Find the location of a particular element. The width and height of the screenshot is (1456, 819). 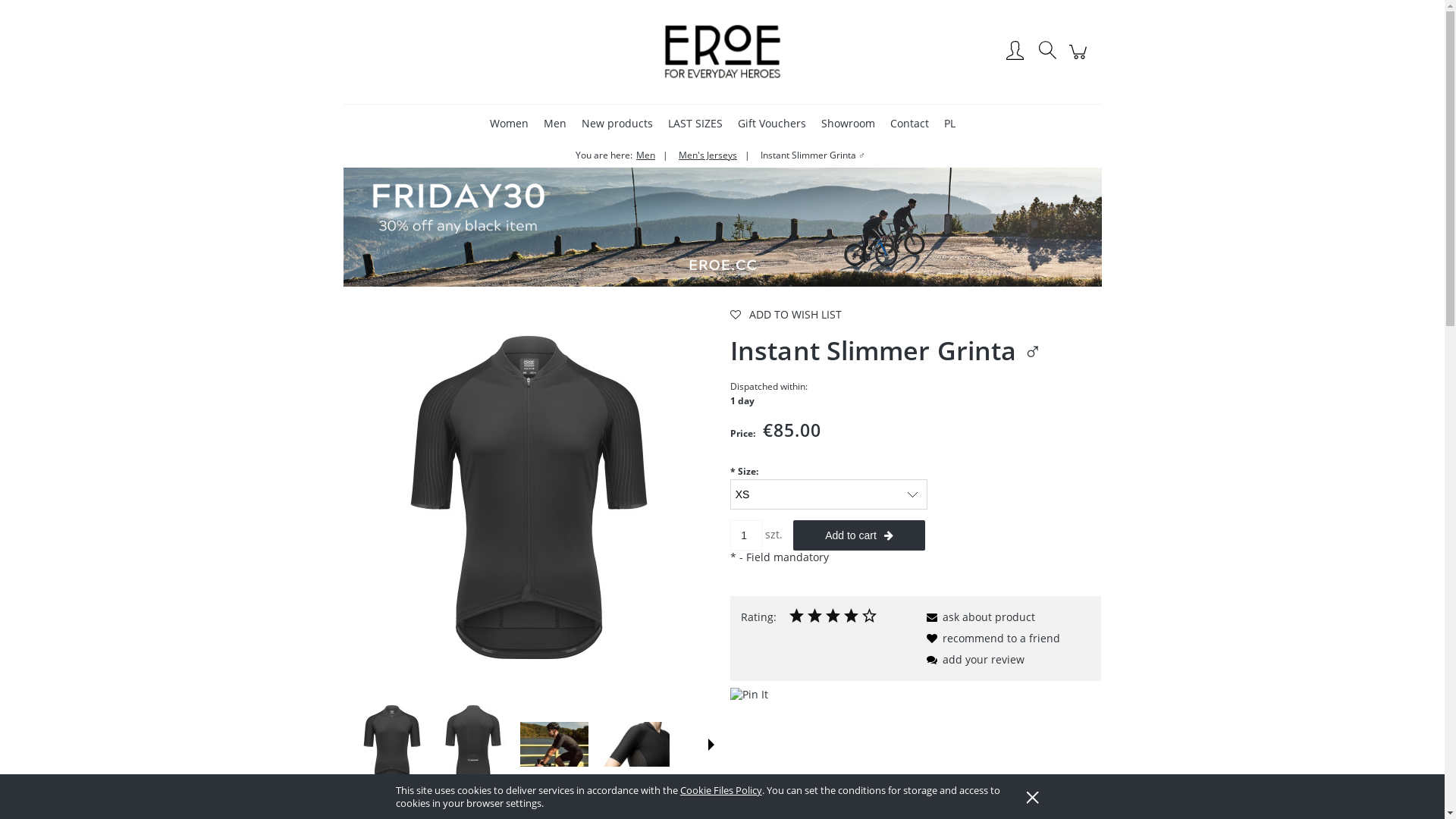

'PL' is located at coordinates (948, 122).